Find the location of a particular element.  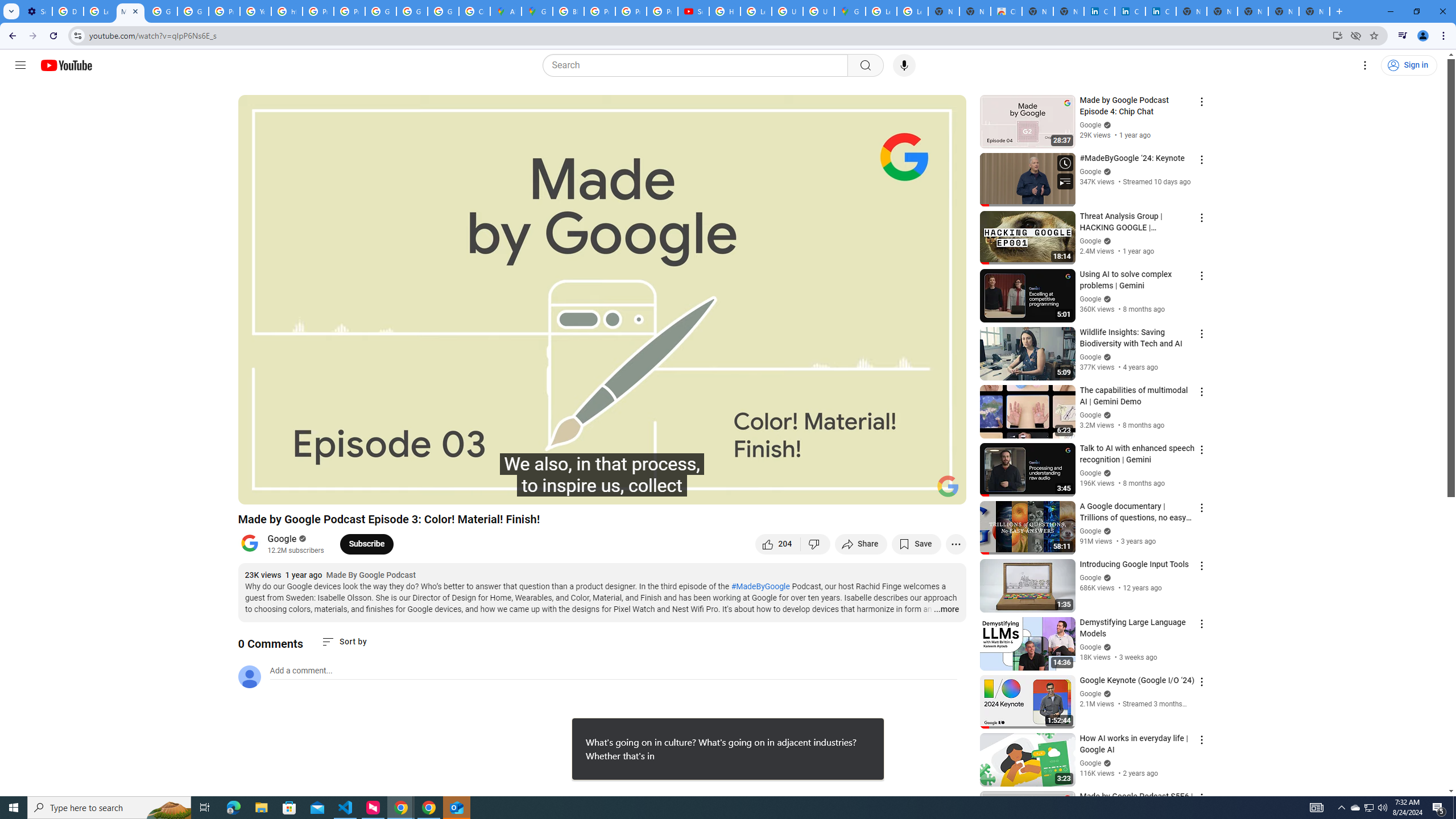

'Default profile photo' is located at coordinates (248, 676).